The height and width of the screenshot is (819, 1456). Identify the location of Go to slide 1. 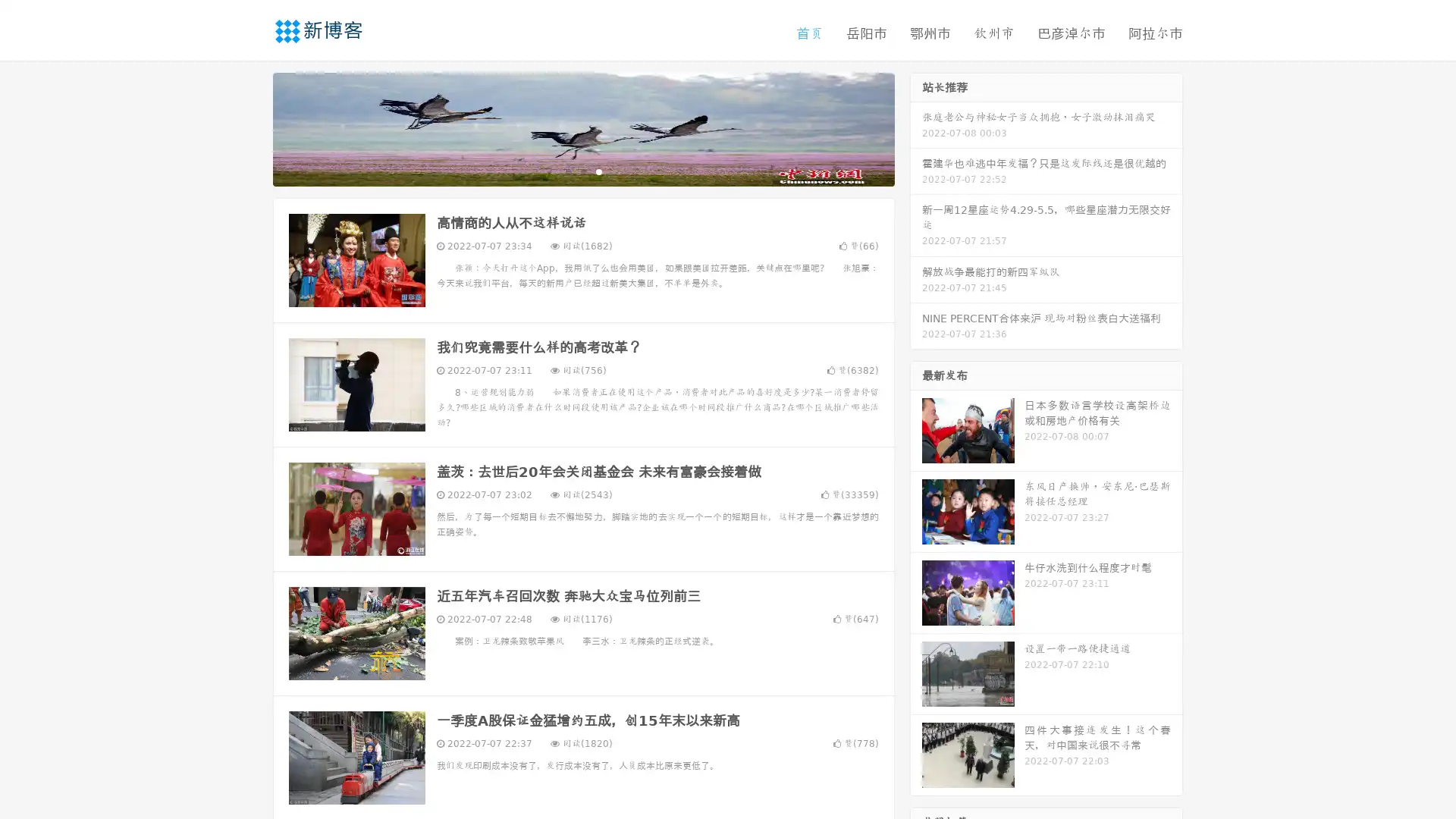
(567, 171).